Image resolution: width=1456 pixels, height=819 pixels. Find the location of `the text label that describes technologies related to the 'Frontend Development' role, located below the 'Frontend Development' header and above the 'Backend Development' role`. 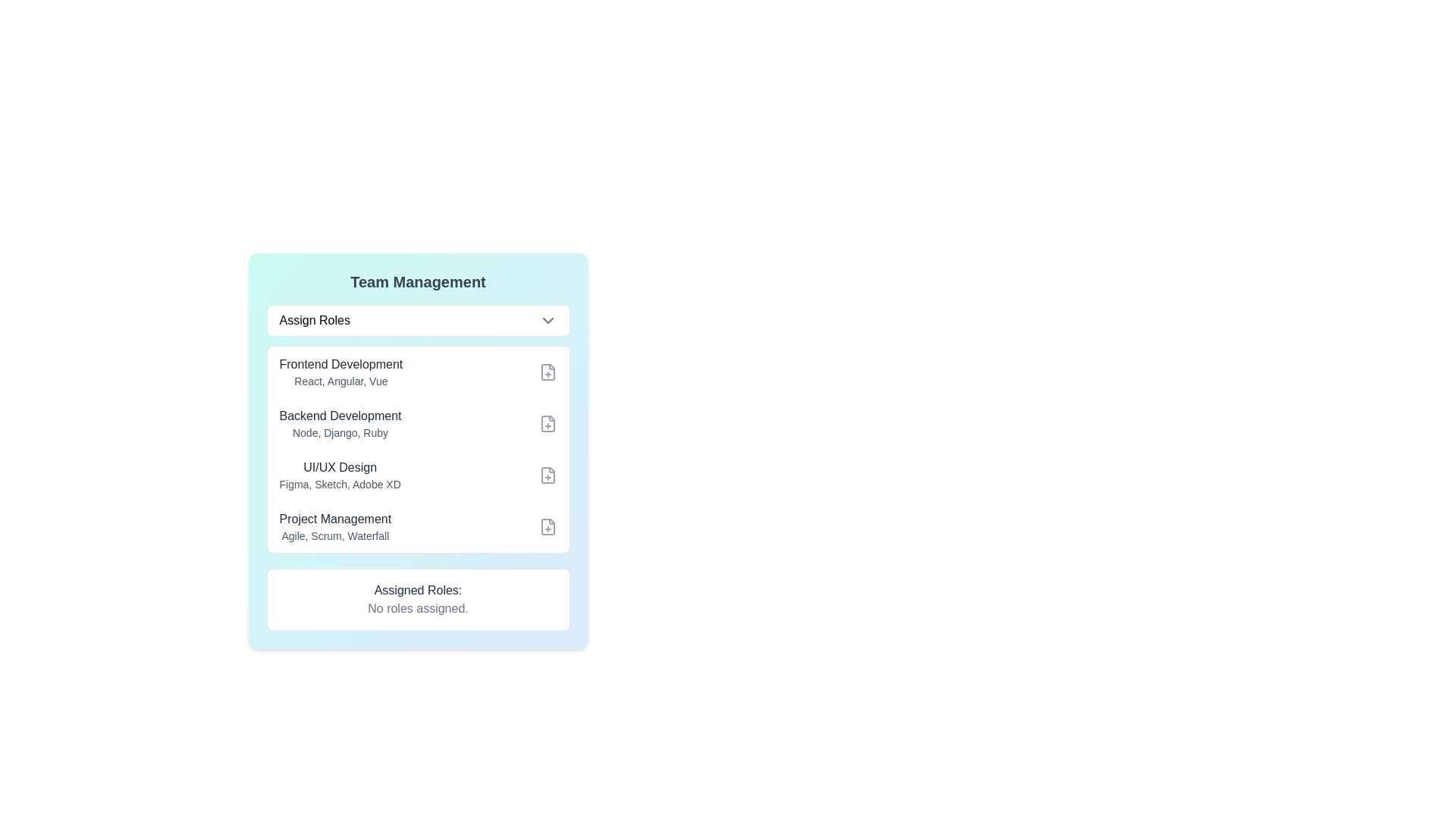

the text label that describes technologies related to the 'Frontend Development' role, located below the 'Frontend Development' header and above the 'Backend Development' role is located at coordinates (340, 380).